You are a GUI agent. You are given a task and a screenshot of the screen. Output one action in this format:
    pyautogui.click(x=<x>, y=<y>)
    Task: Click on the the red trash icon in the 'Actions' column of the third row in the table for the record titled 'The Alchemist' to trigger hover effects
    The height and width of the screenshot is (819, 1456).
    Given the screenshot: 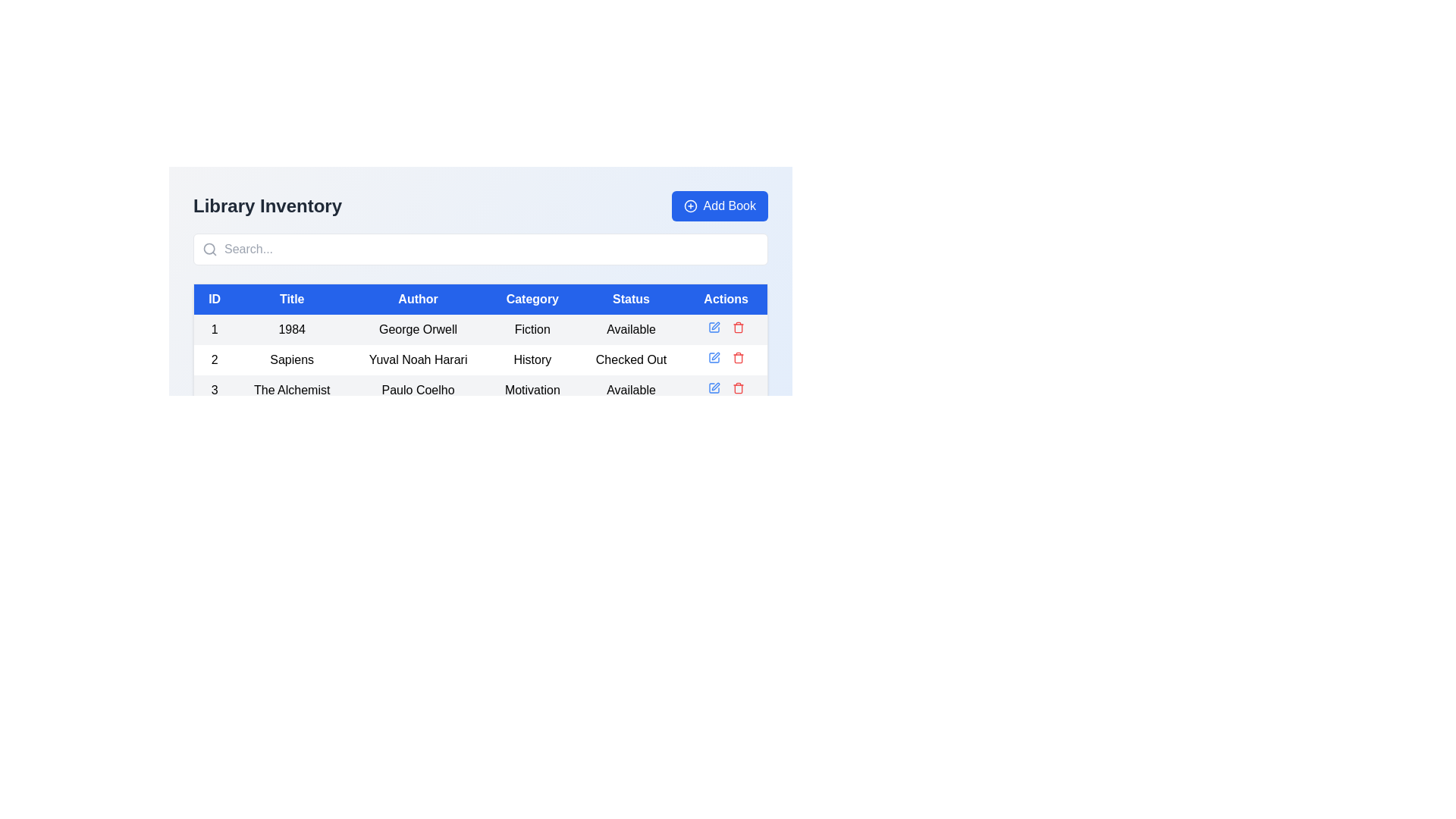 What is the action you would take?
    pyautogui.click(x=738, y=327)
    